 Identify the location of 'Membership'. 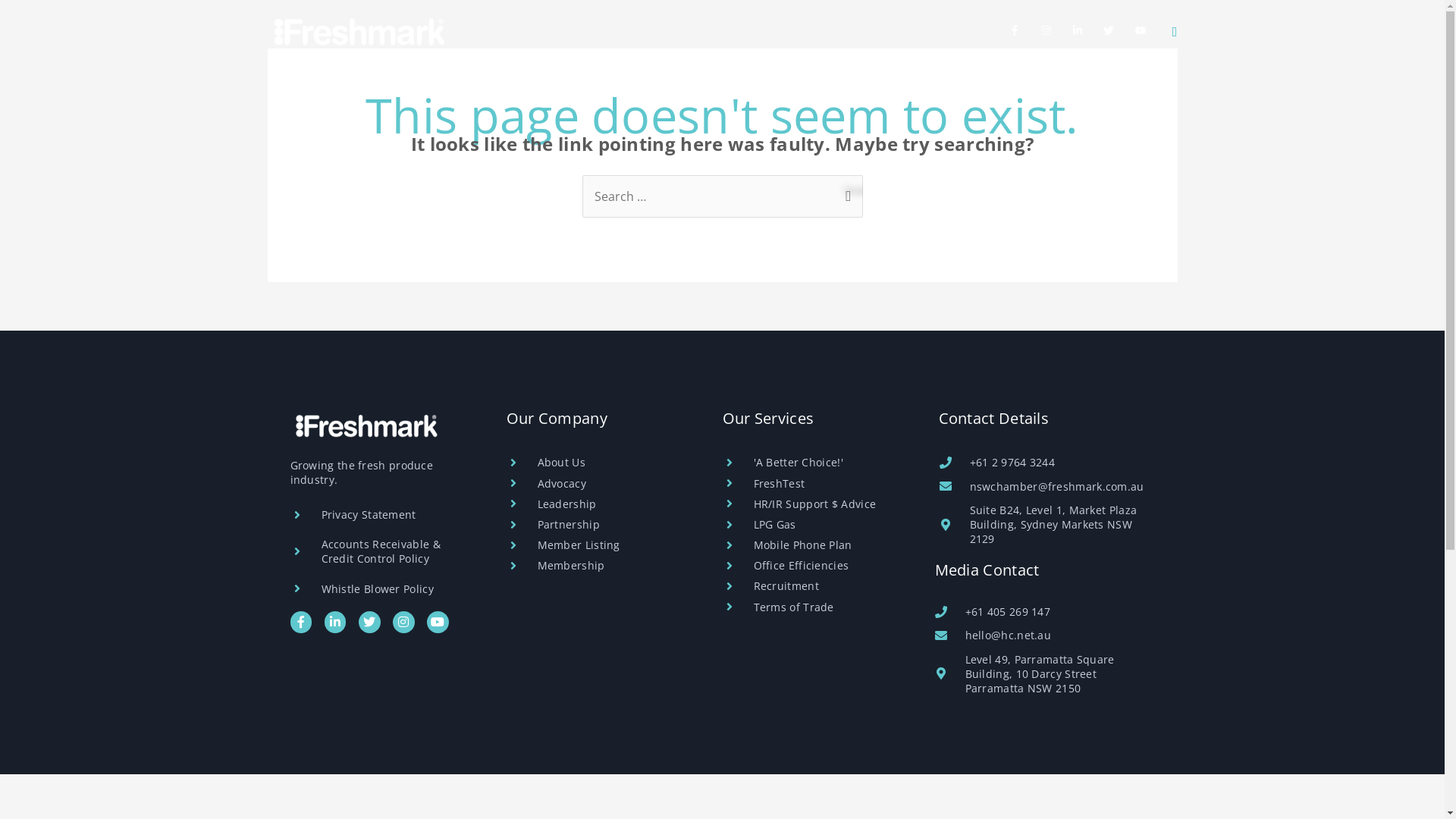
(598, 565).